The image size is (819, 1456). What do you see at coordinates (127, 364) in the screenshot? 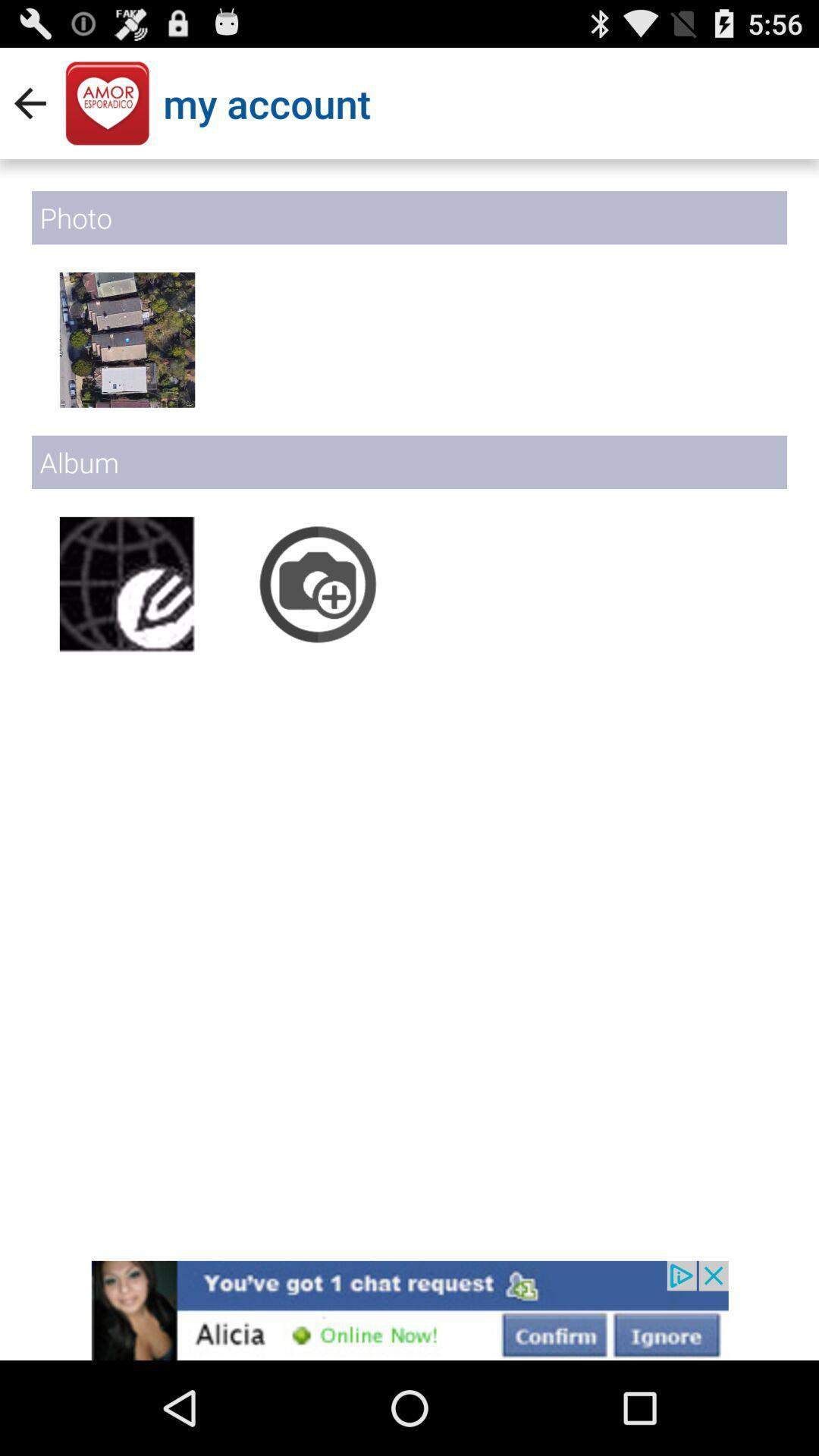
I see `the menu icon` at bounding box center [127, 364].